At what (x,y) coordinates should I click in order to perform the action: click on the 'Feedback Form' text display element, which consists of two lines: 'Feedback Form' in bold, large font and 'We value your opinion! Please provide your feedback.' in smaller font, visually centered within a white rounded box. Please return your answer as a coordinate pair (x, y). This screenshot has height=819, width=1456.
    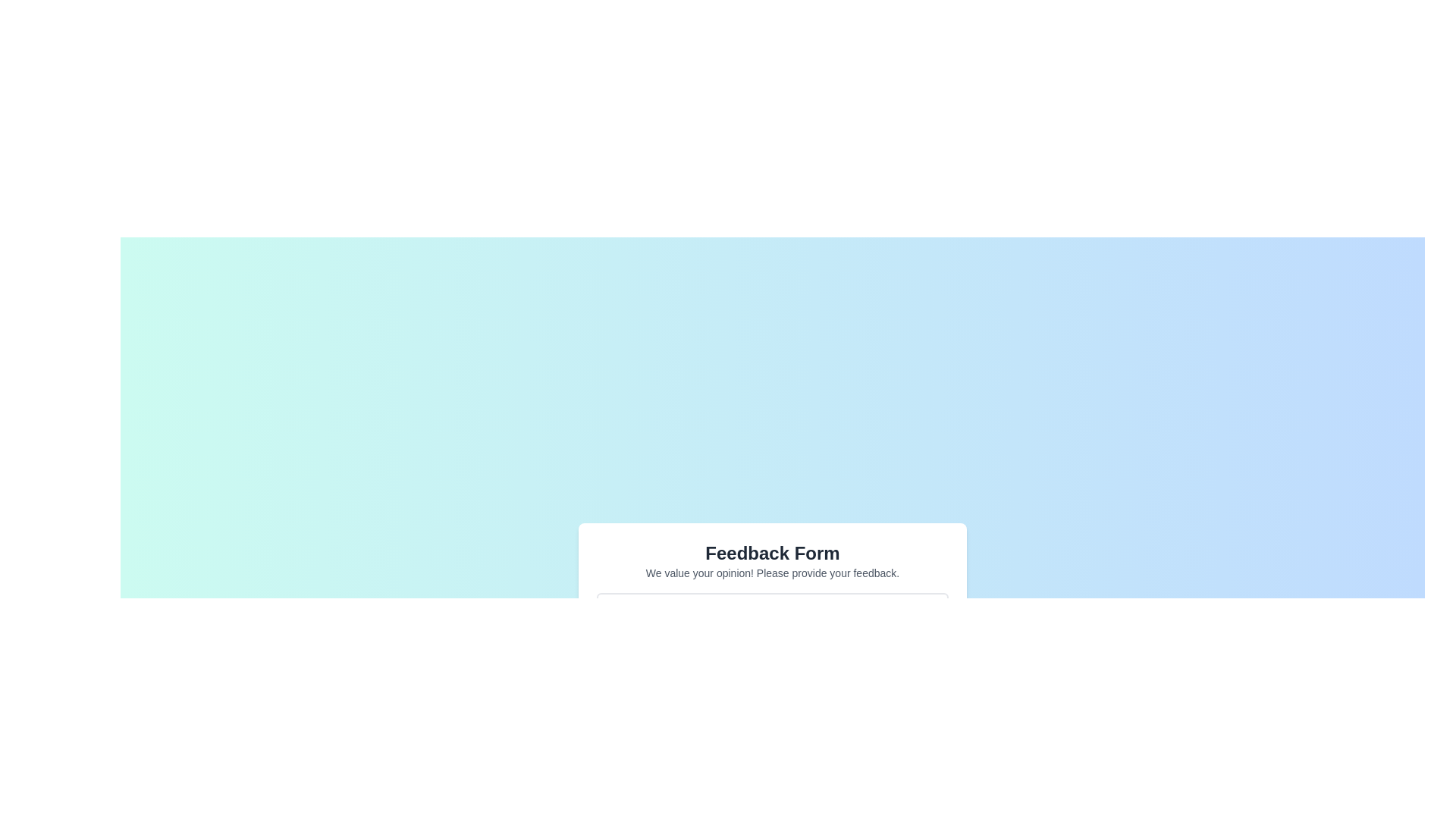
    Looking at the image, I should click on (772, 560).